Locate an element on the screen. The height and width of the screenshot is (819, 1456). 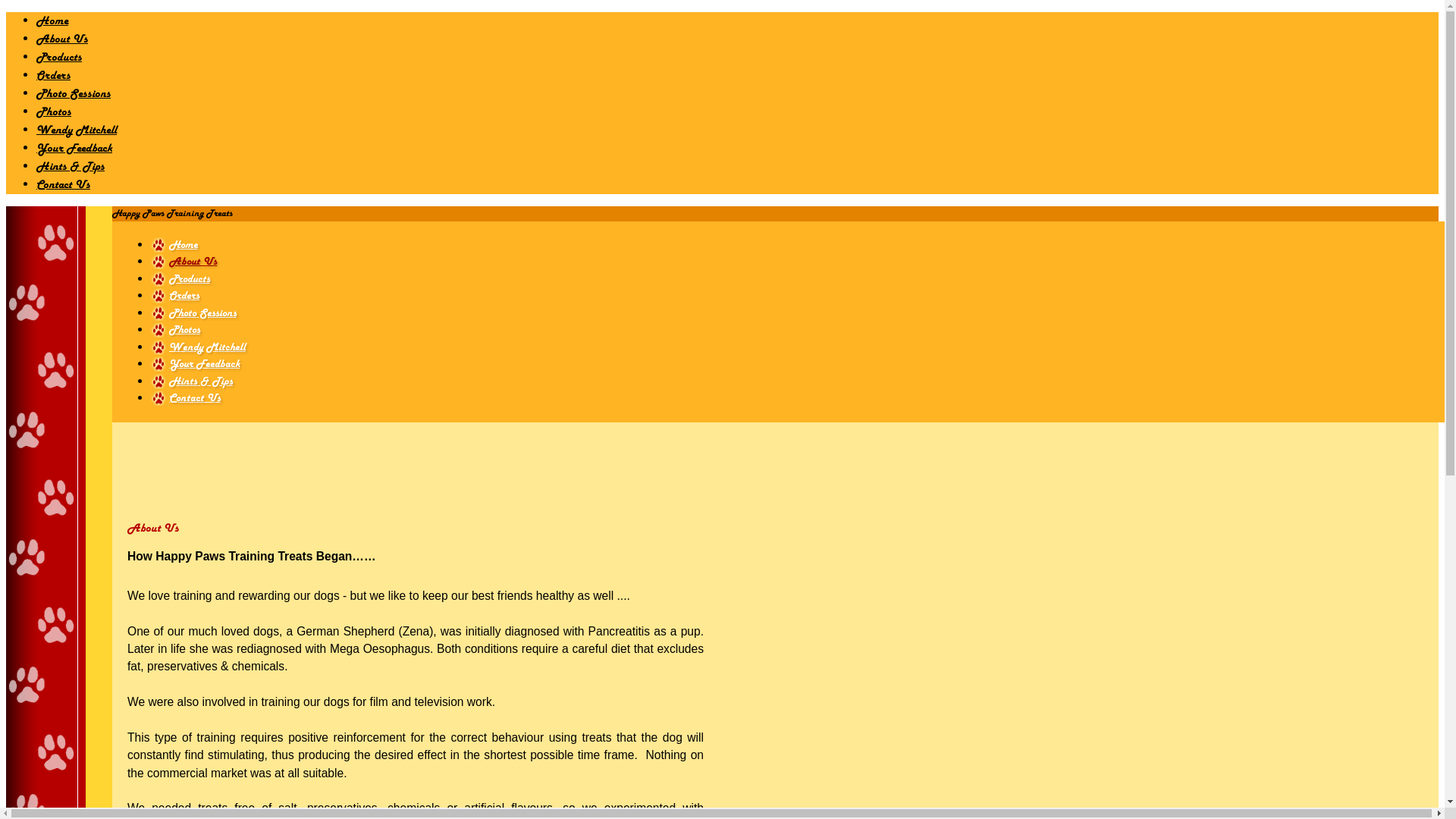
'Photos' is located at coordinates (174, 329).